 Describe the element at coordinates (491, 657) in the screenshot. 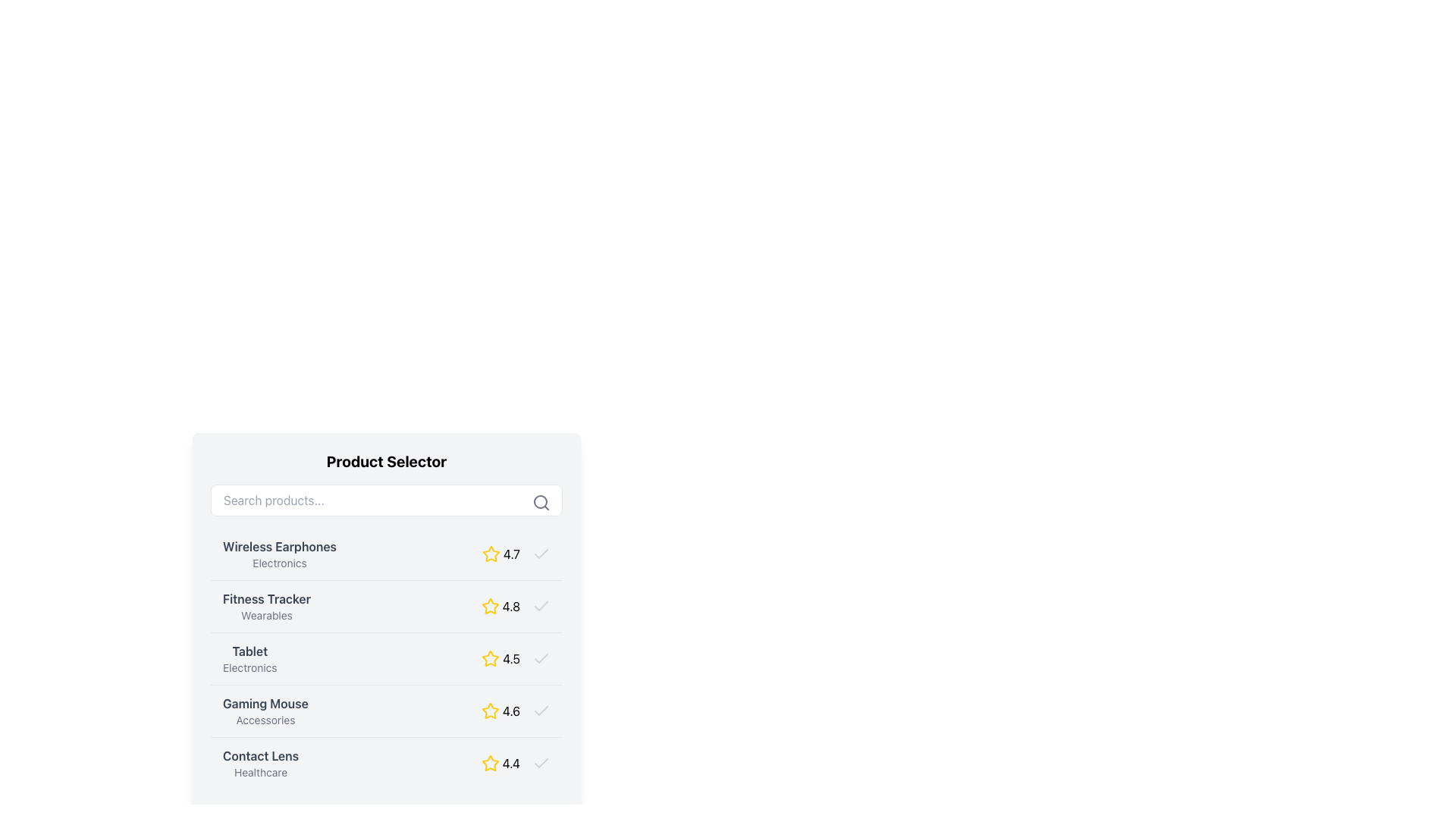

I see `the star-shaped yellow icon next to the numerical rating value of '4.5' in the third row of the product list for the 'Tablet' entry` at that location.